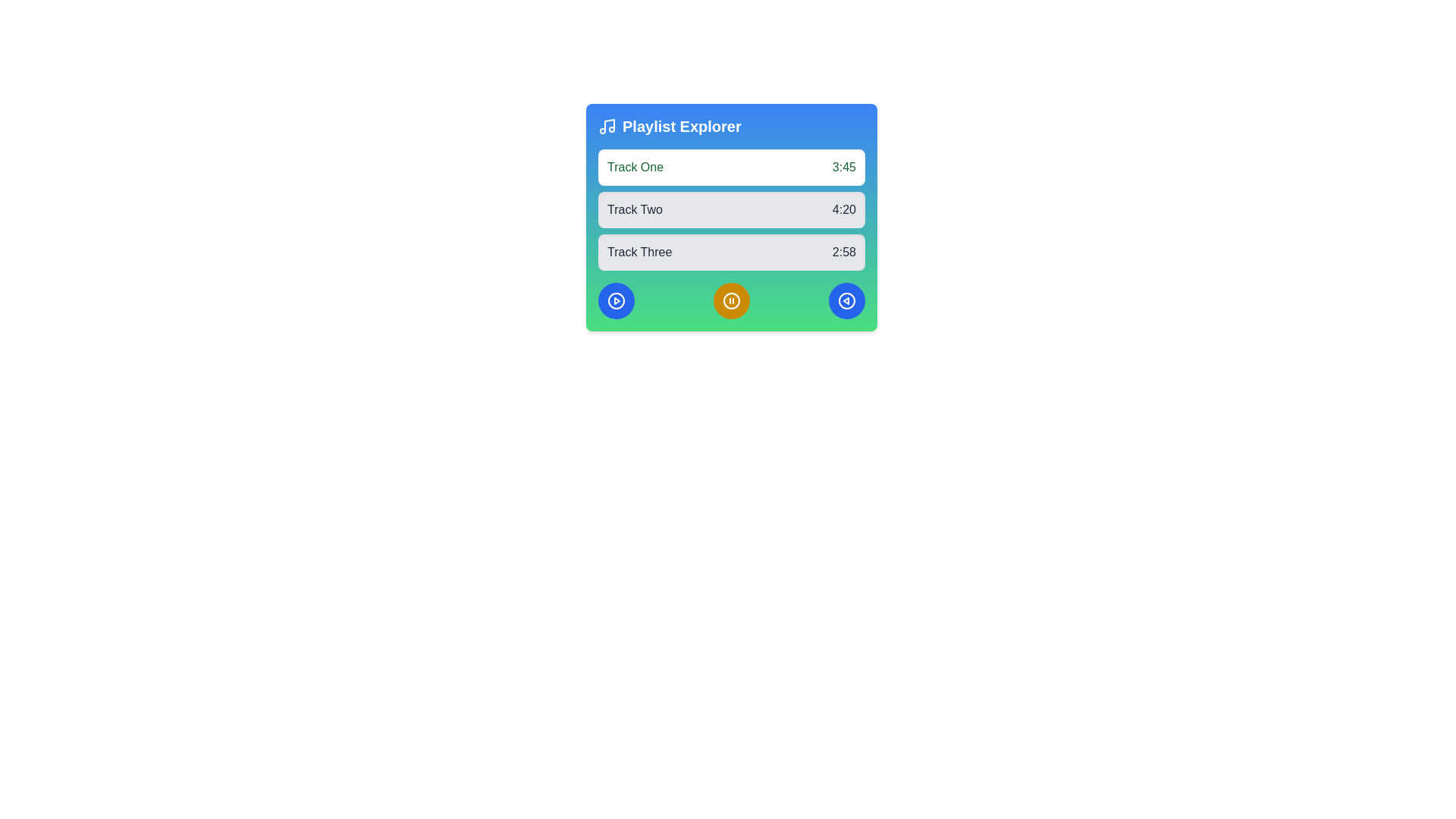  Describe the element at coordinates (616, 301) in the screenshot. I see `the leftmost button in the playlist interface` at that location.